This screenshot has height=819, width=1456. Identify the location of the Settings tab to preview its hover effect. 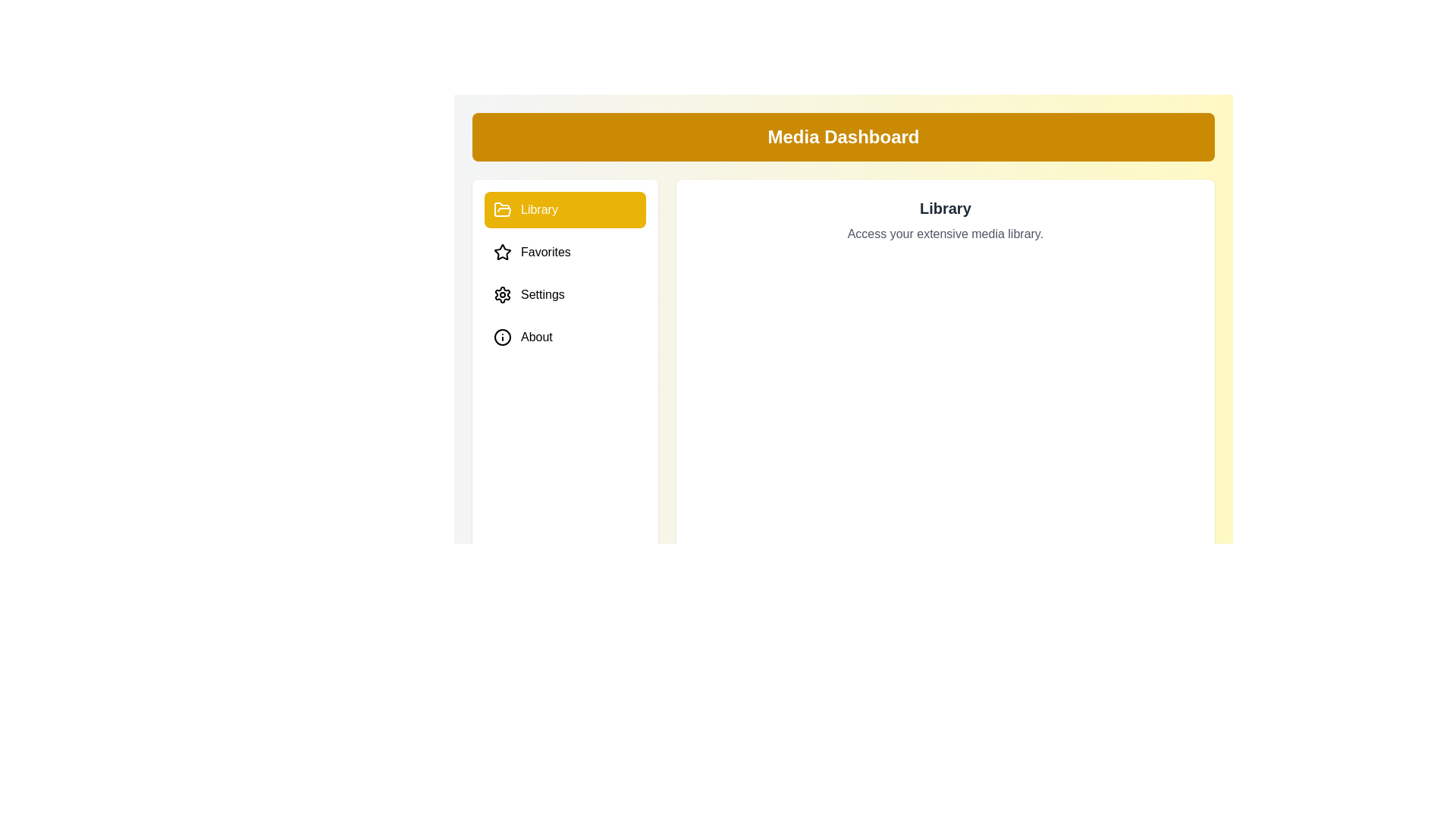
(564, 295).